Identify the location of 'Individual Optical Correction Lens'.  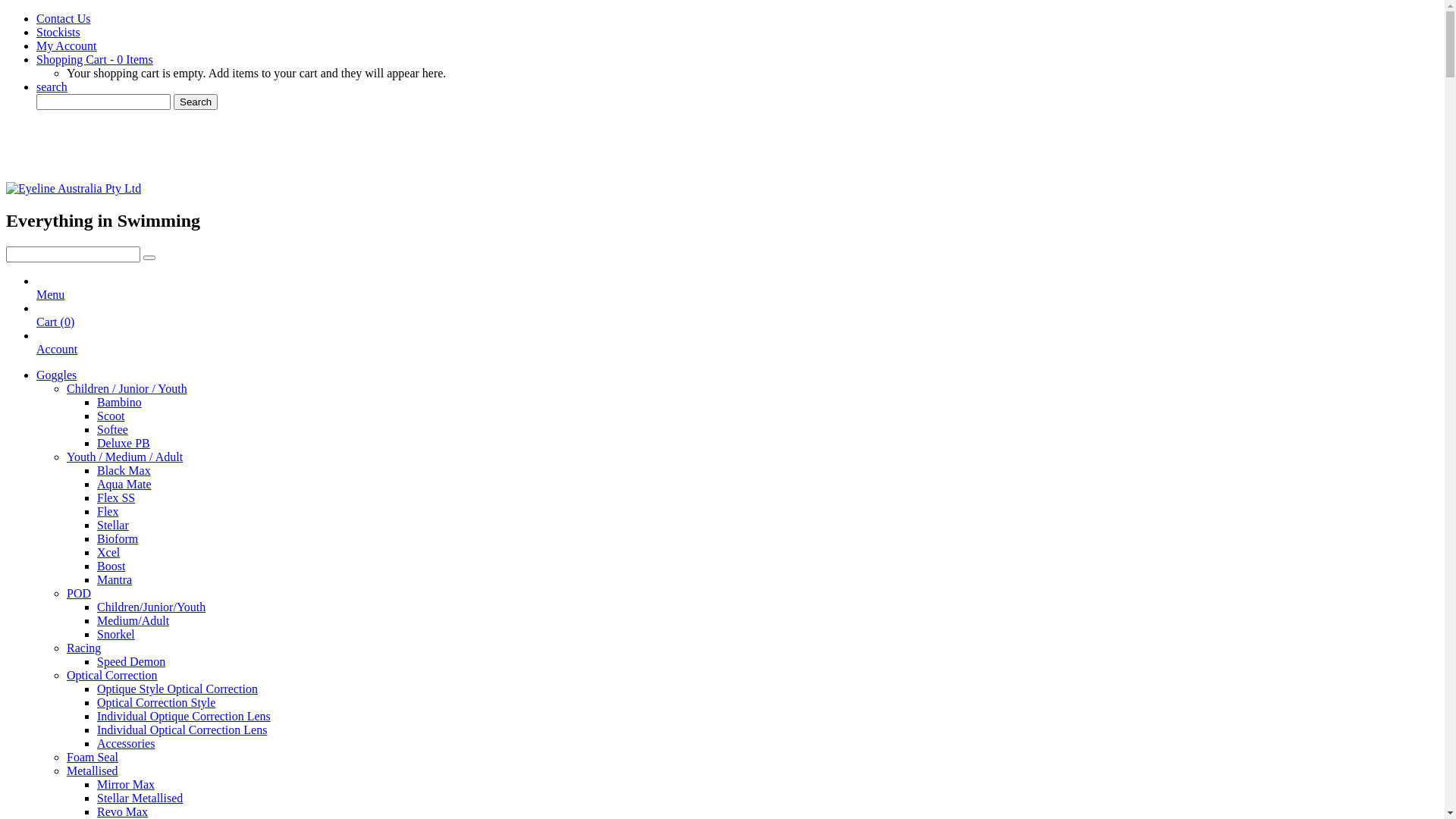
(182, 729).